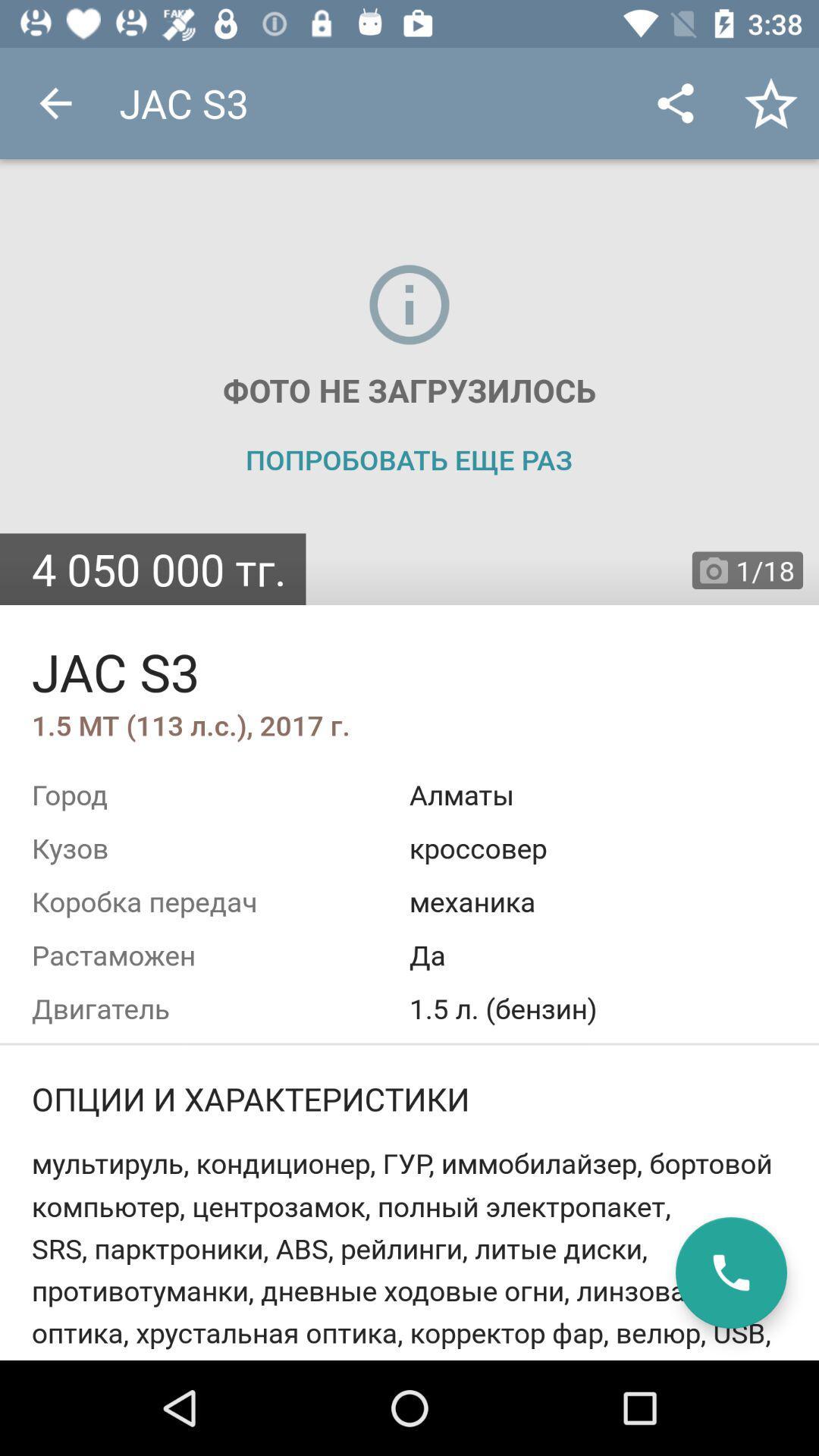 Image resolution: width=819 pixels, height=1456 pixels. Describe the element at coordinates (55, 102) in the screenshot. I see `the item to the left of jac s3 icon` at that location.